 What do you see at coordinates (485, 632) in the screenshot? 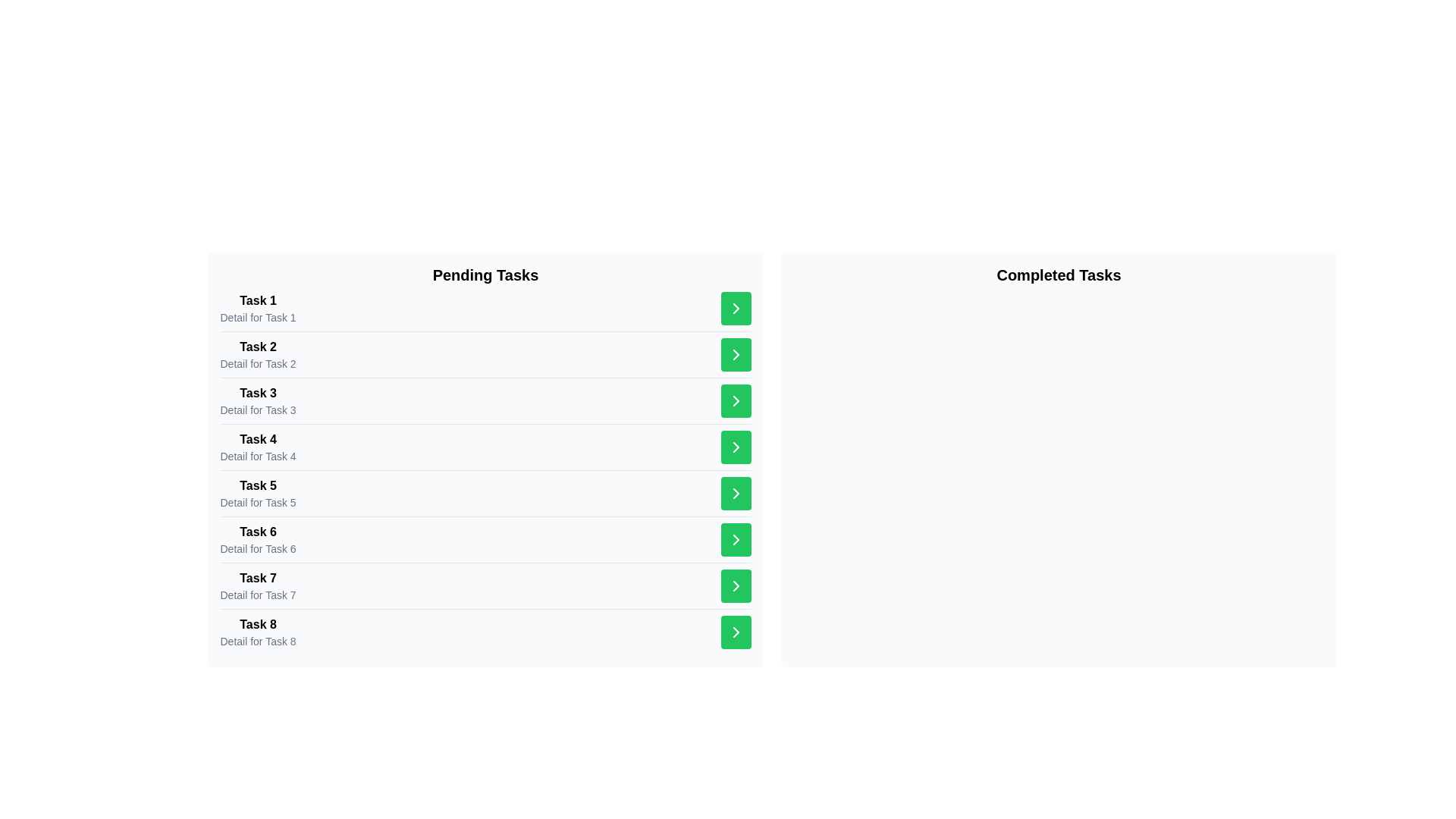
I see `the green button of the eighth task entry in the 'Pending Tasks' section` at bounding box center [485, 632].